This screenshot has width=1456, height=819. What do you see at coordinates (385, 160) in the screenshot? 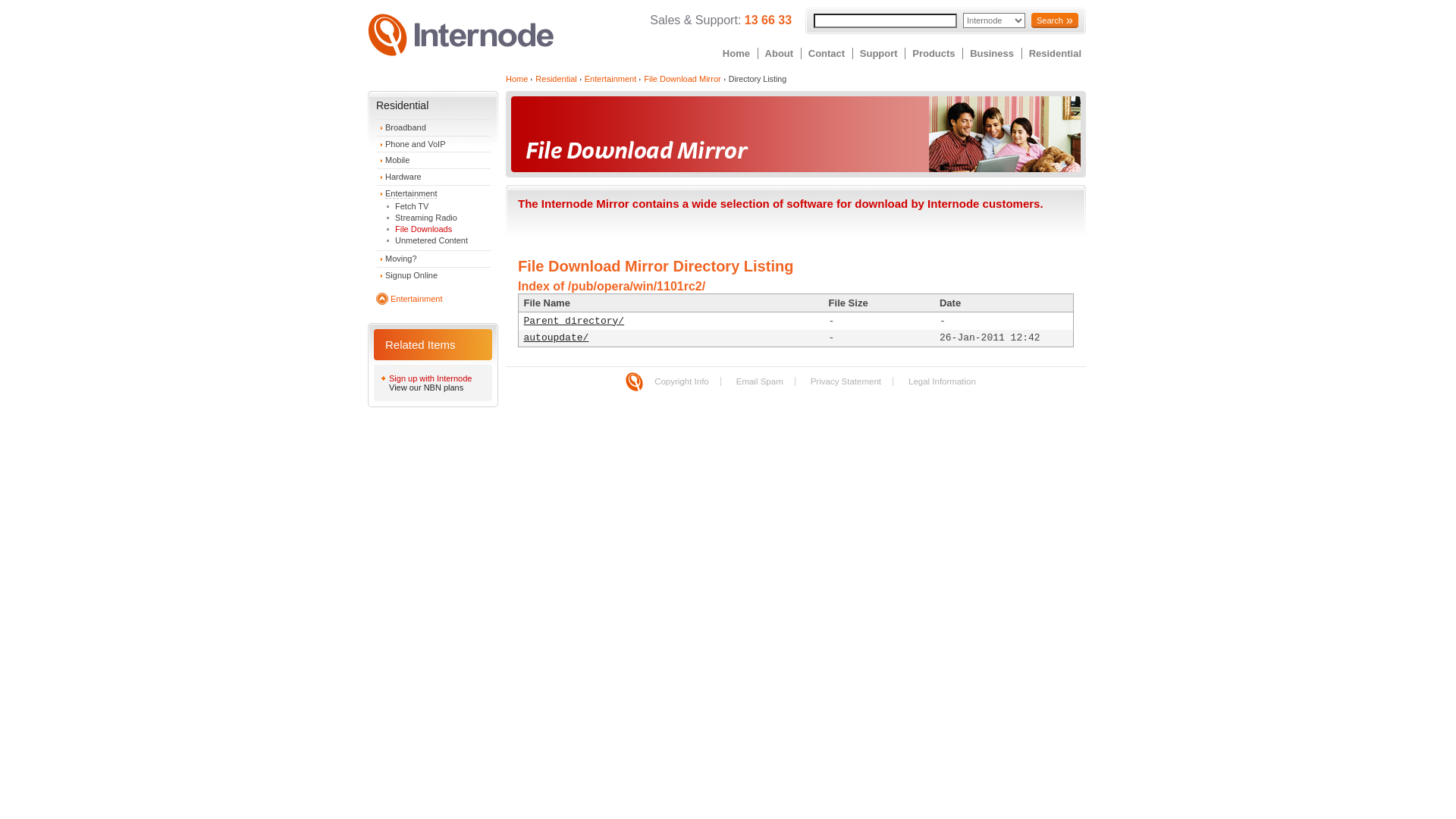
I see `'Mobile'` at bounding box center [385, 160].